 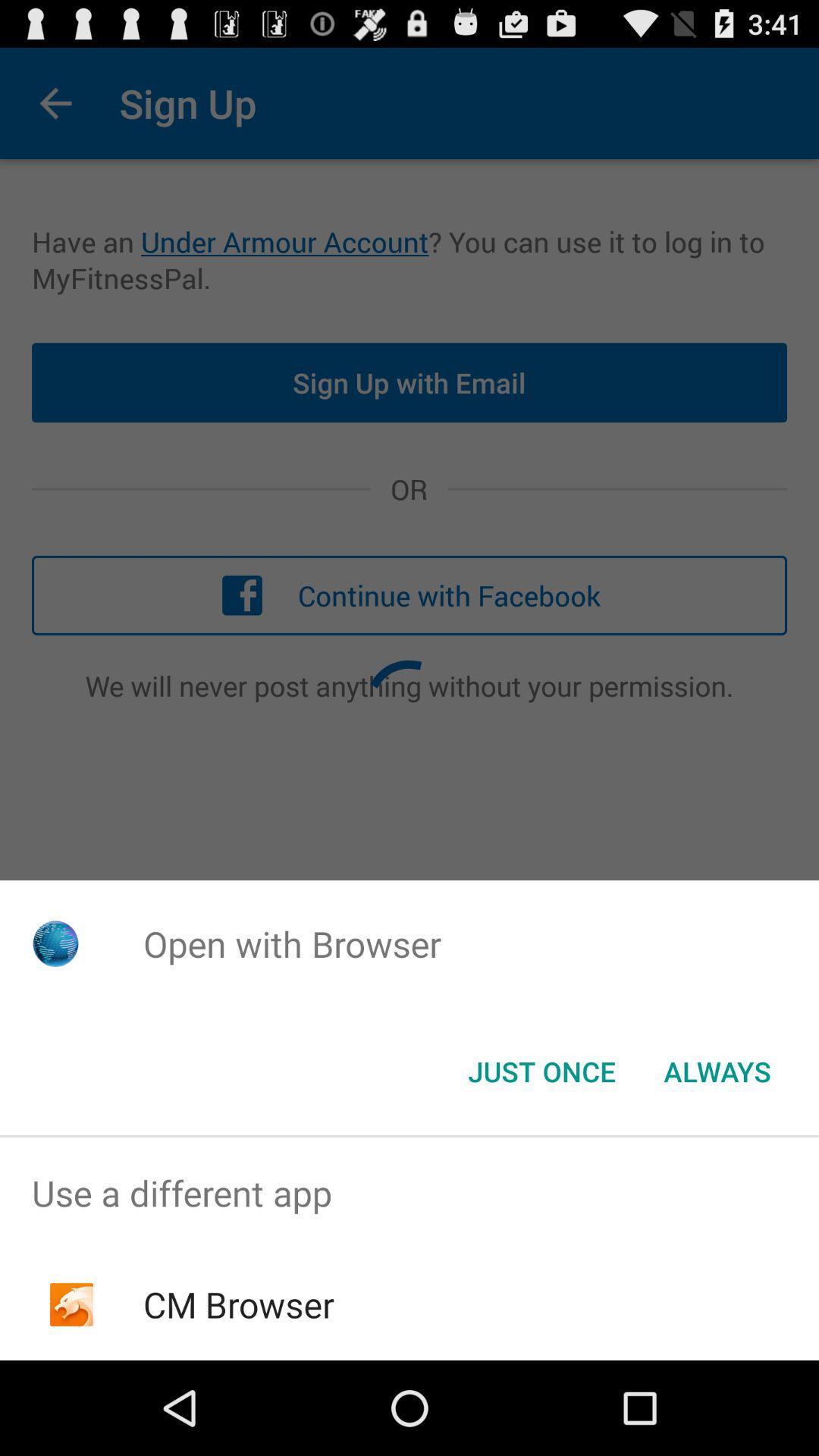 What do you see at coordinates (409, 1192) in the screenshot?
I see `the use a different app` at bounding box center [409, 1192].